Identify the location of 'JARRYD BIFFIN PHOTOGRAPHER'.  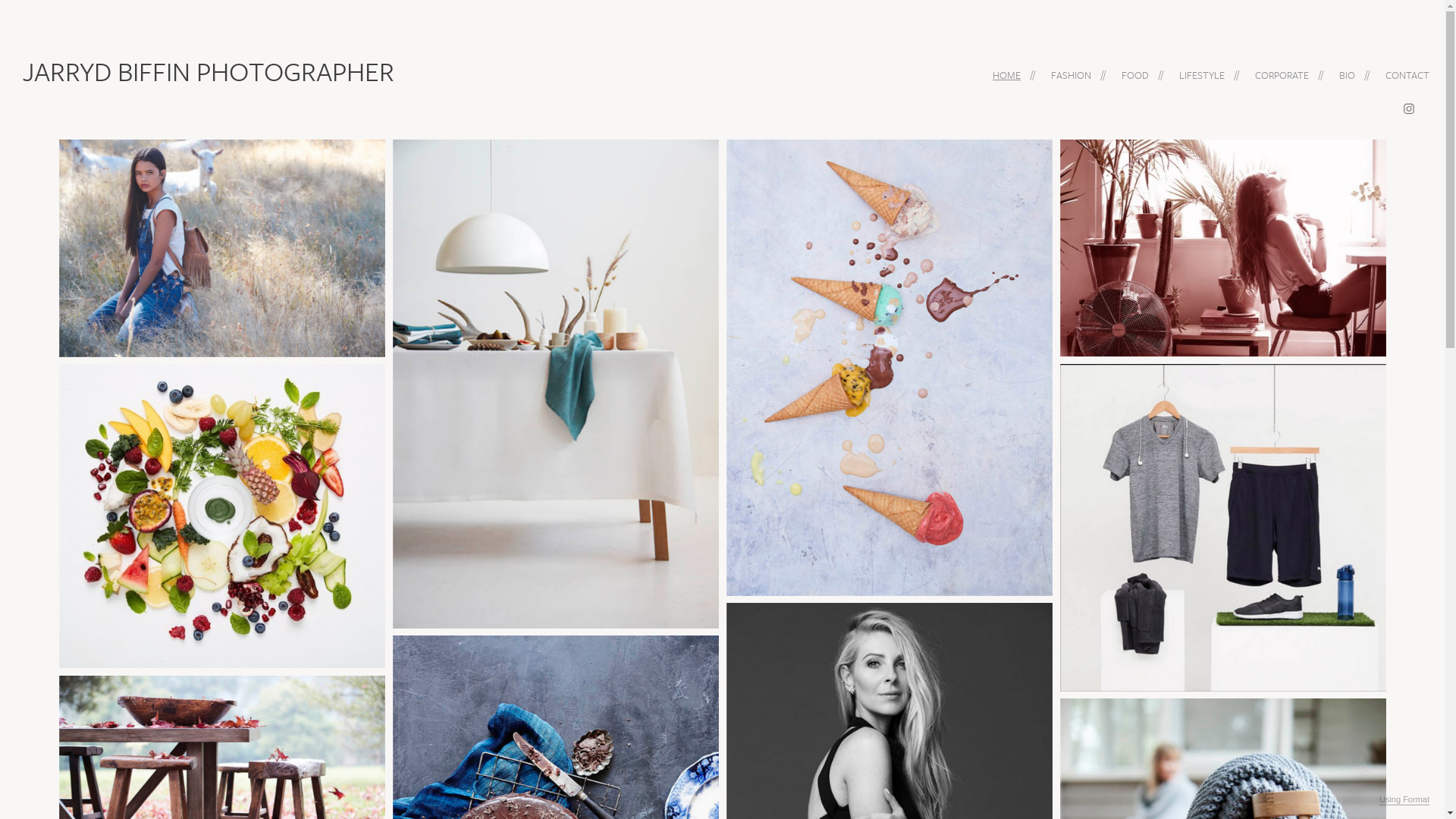
(207, 66).